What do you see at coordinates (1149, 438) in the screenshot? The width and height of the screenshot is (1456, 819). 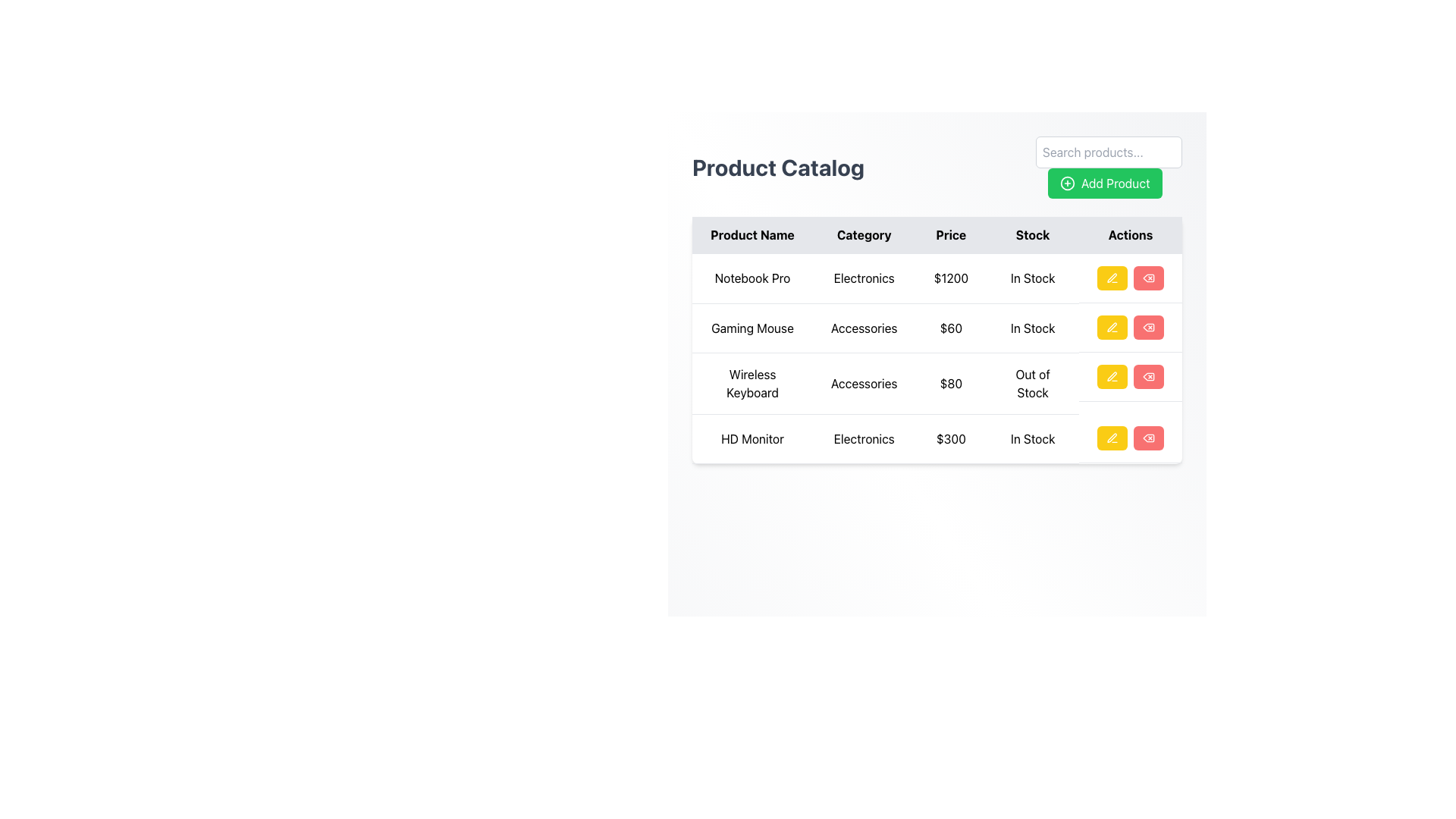 I see `the delete button located in the 'Actions' column of the product catalog table, adjacent to the yellow pencil icon button for the 'HD Monitor' product to initiate deletion` at bounding box center [1149, 438].